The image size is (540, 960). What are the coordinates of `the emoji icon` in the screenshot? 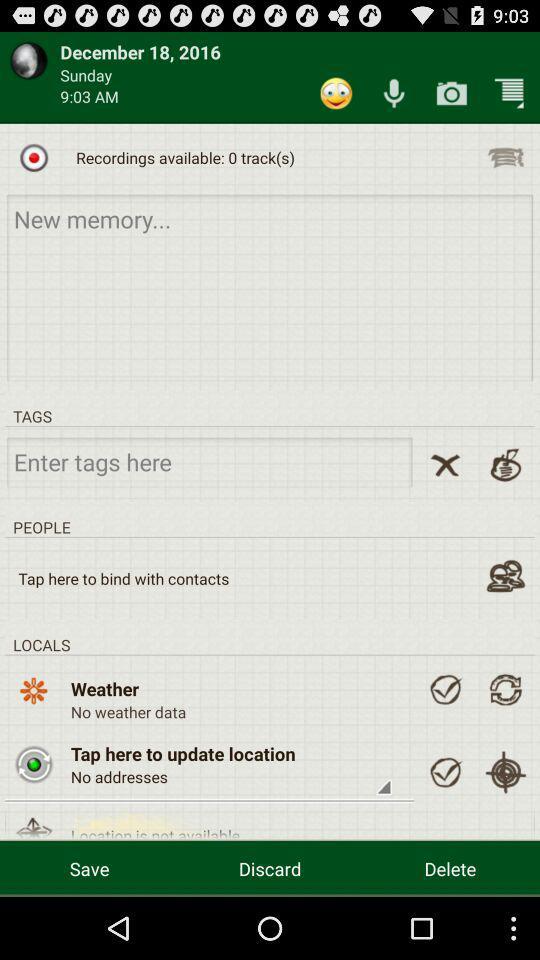 It's located at (336, 99).